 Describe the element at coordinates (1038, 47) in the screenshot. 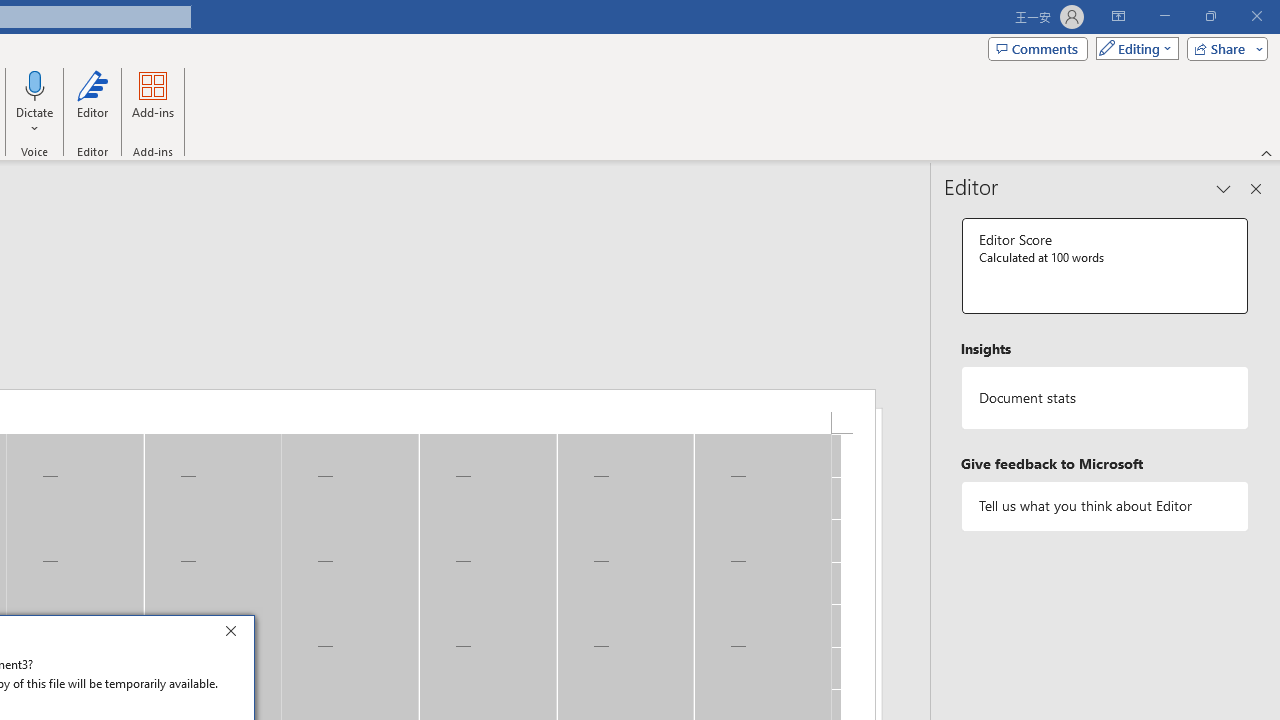

I see `'Comments'` at that location.